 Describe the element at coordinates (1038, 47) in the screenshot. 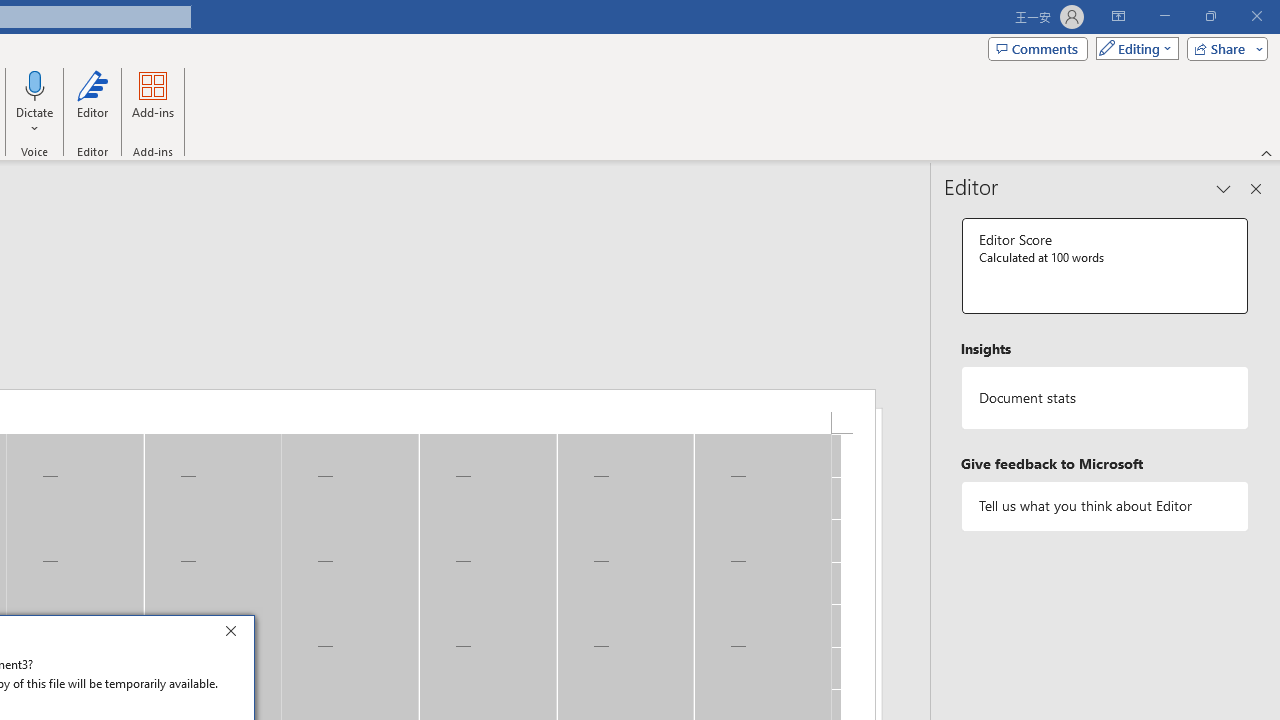

I see `'Comments'` at that location.